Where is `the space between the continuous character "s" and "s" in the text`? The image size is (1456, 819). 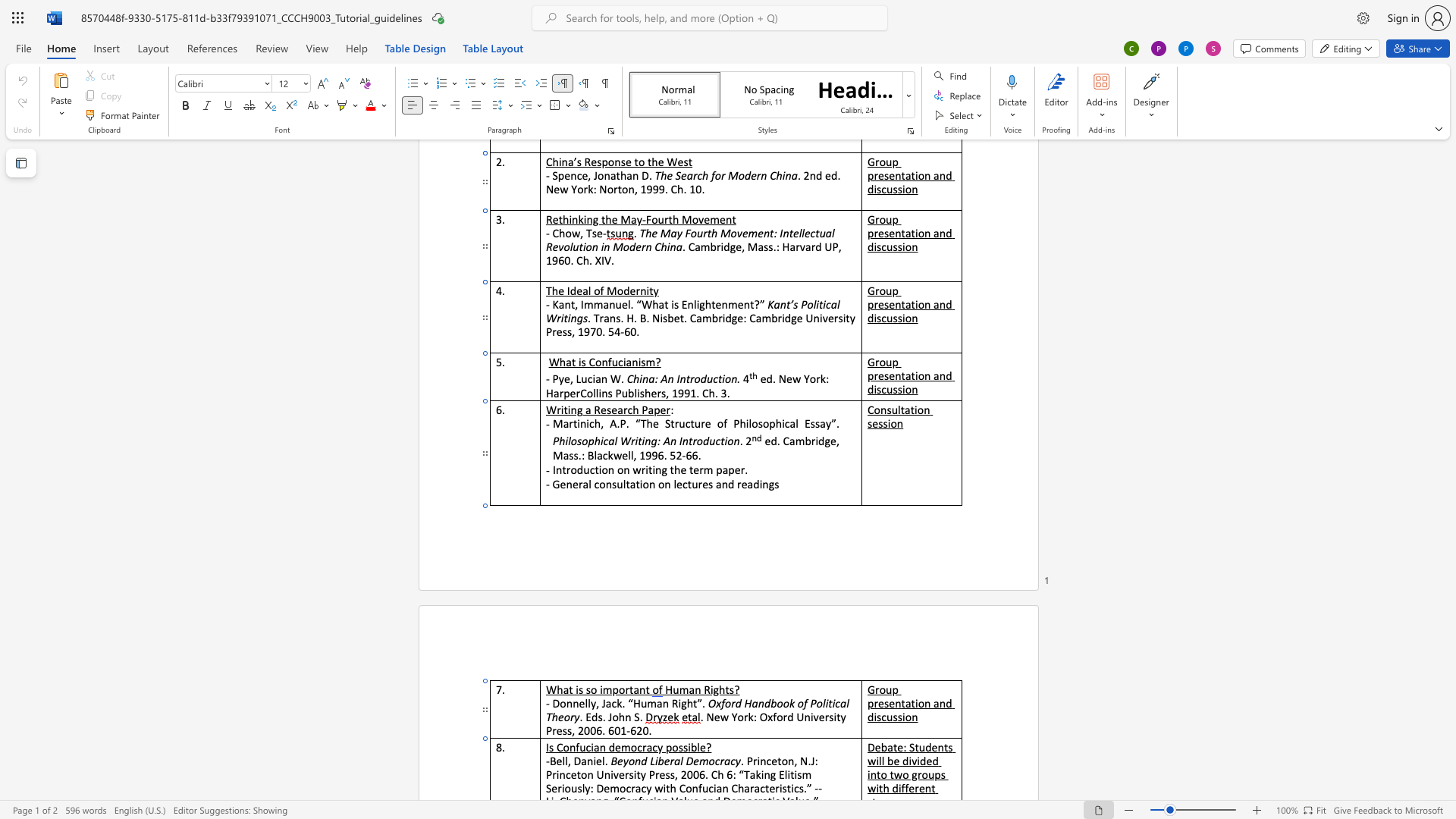 the space between the continuous character "s" and "s" in the text is located at coordinates (682, 746).